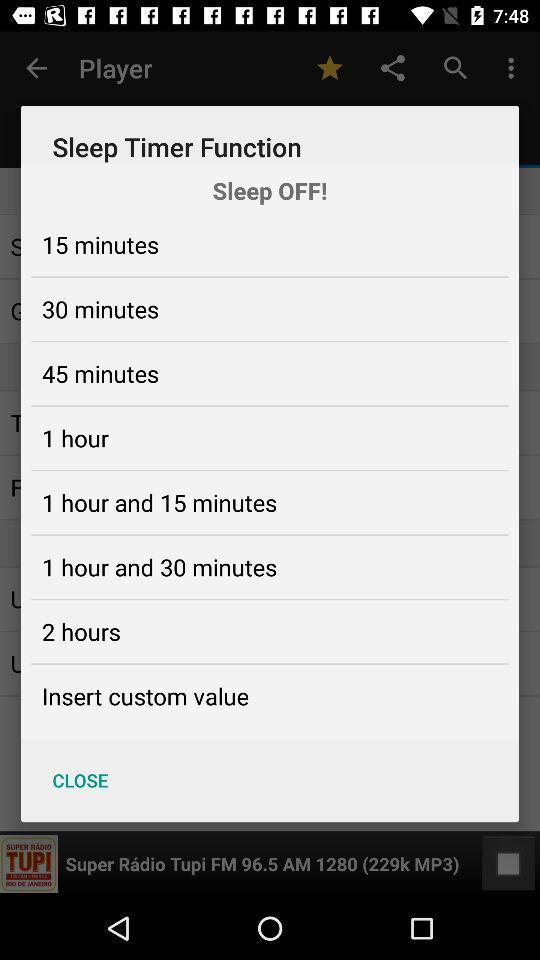  What do you see at coordinates (80, 630) in the screenshot?
I see `the 2 hours icon` at bounding box center [80, 630].